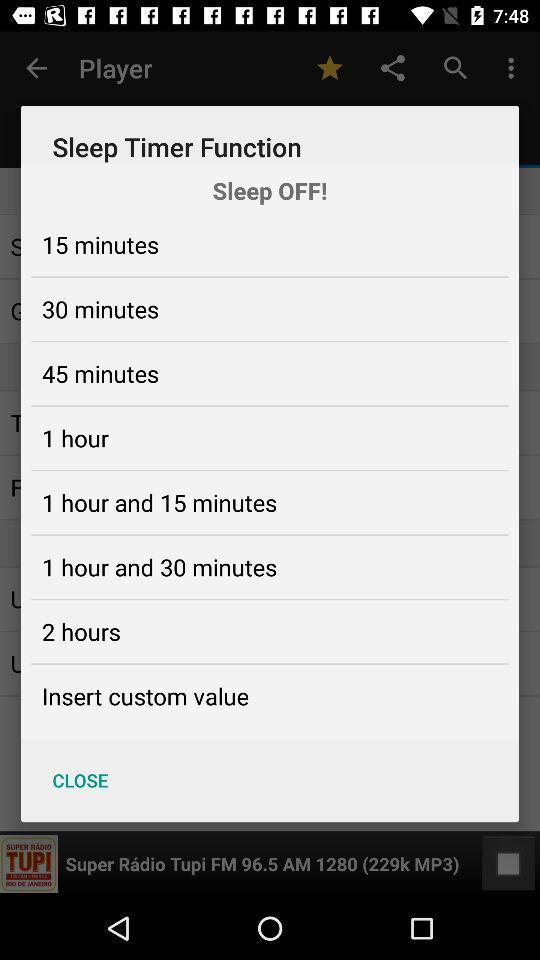  What do you see at coordinates (80, 630) in the screenshot?
I see `the 2 hours icon` at bounding box center [80, 630].